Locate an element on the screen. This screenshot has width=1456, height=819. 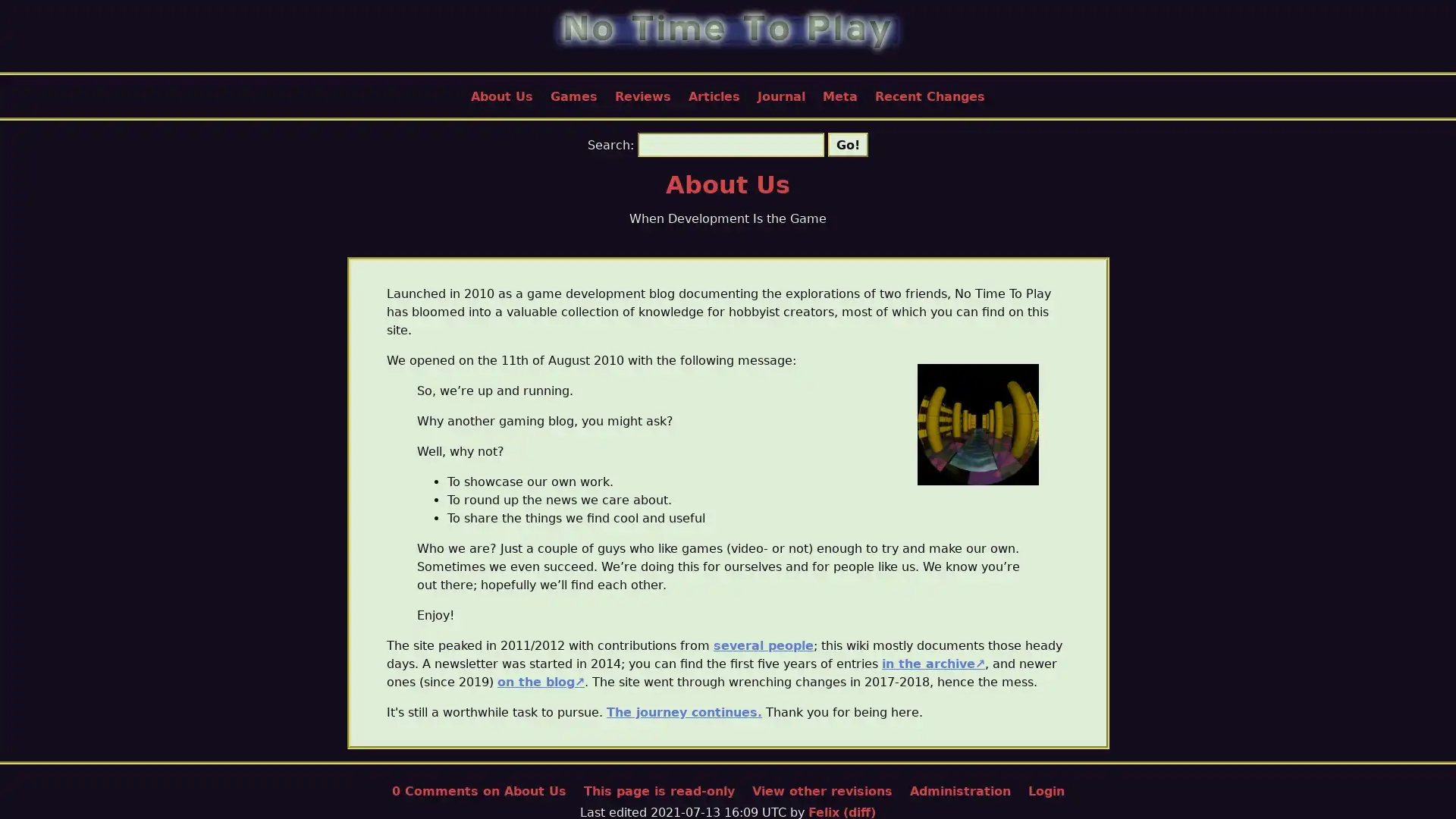
Go! is located at coordinates (847, 145).